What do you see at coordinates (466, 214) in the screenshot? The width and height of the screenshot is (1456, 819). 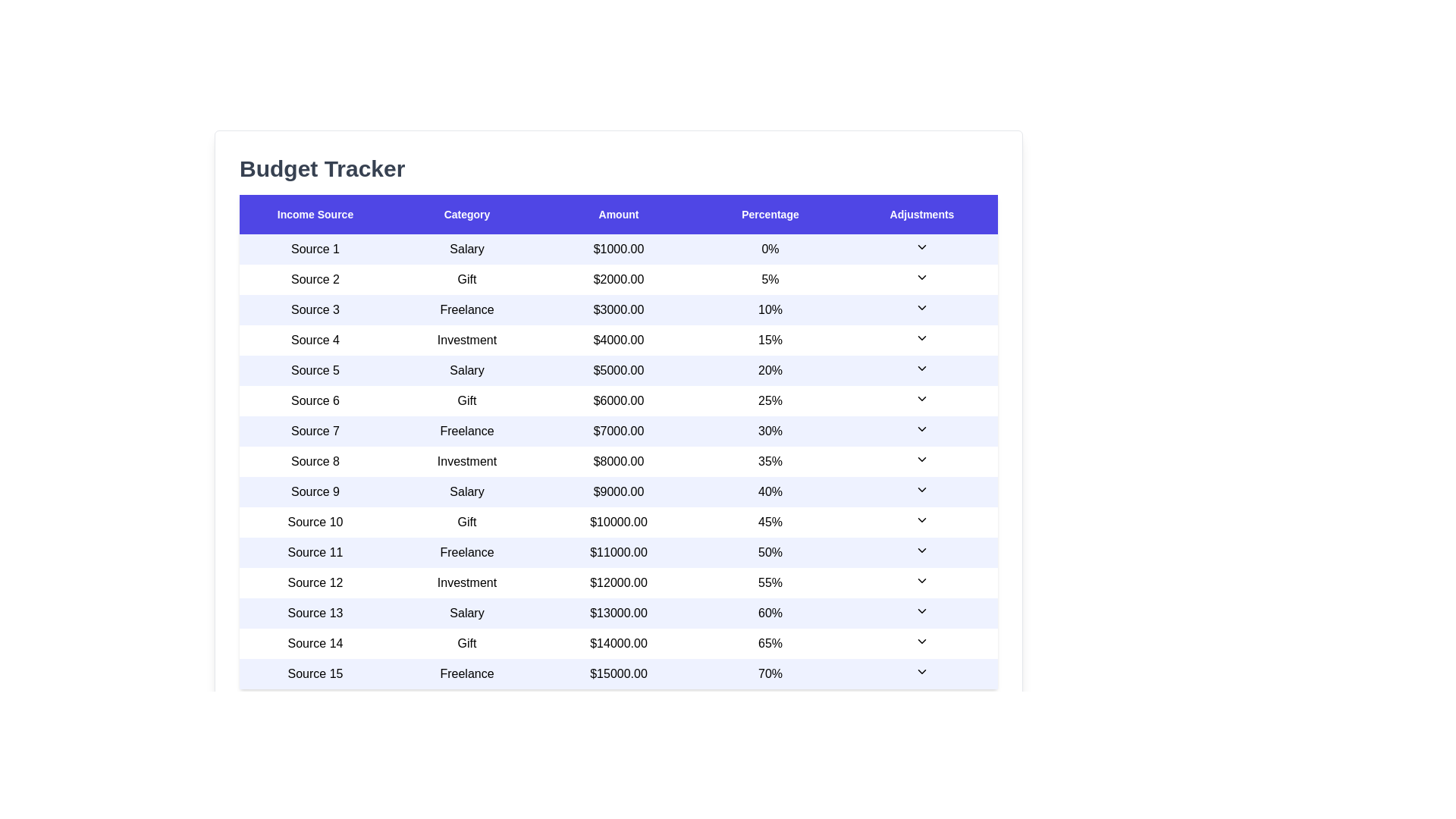 I see `the table header Category to sort the table by that column` at bounding box center [466, 214].